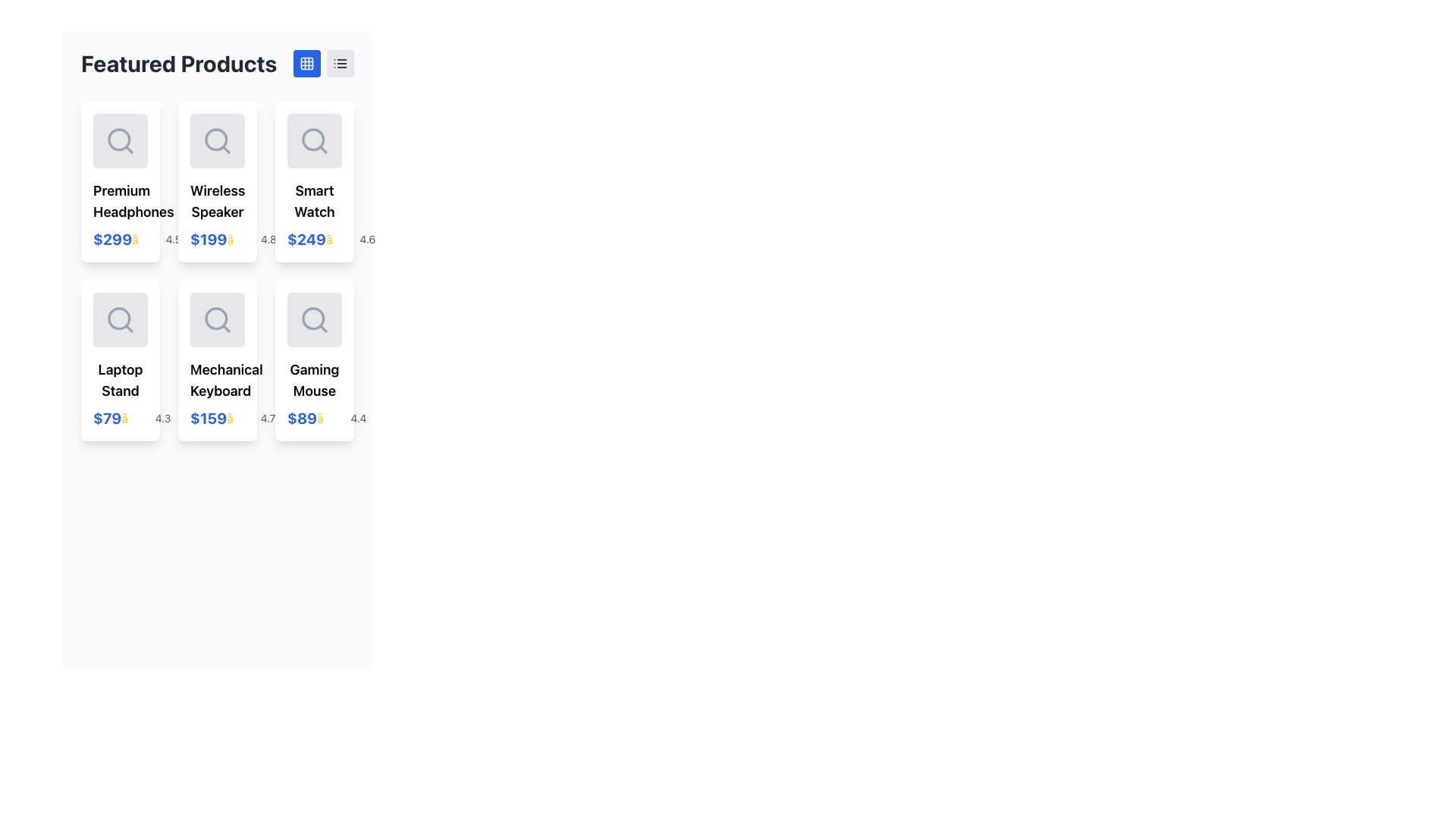  Describe the element at coordinates (217, 360) in the screenshot. I see `the product card, which is the fifth card in a grid layout of six products, from its current position` at that location.